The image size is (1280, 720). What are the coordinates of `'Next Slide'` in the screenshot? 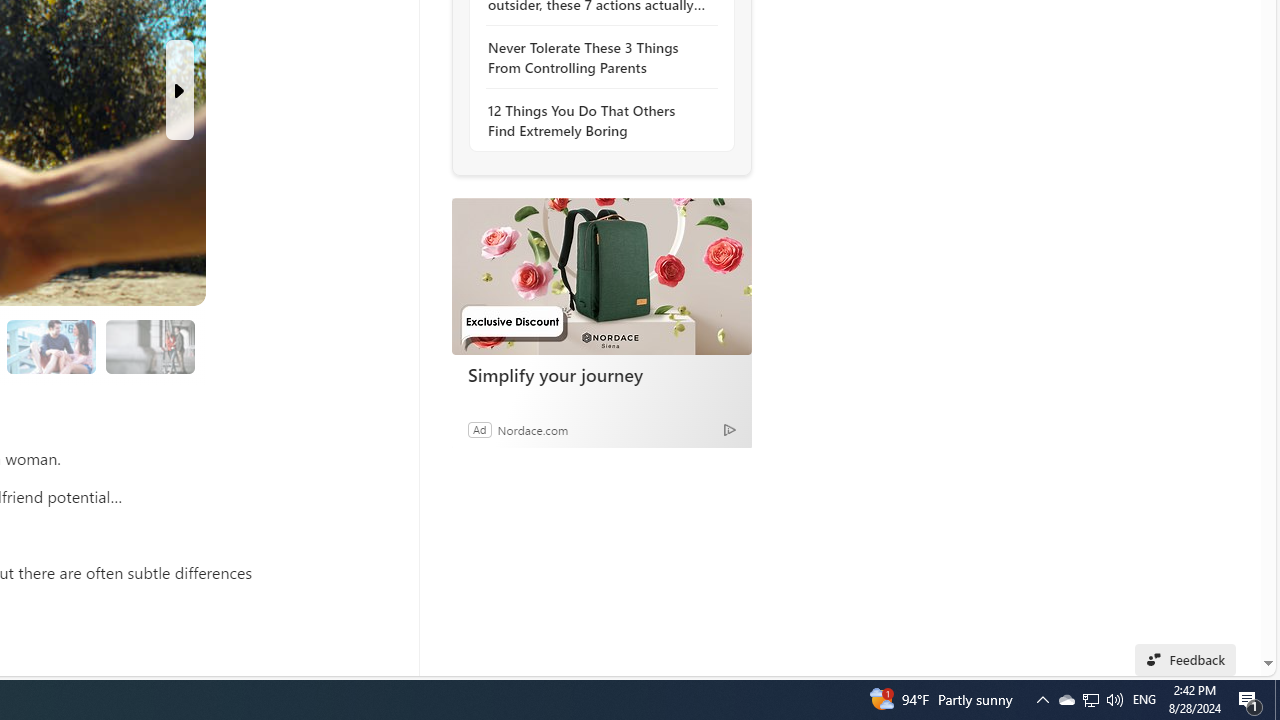 It's located at (179, 90).